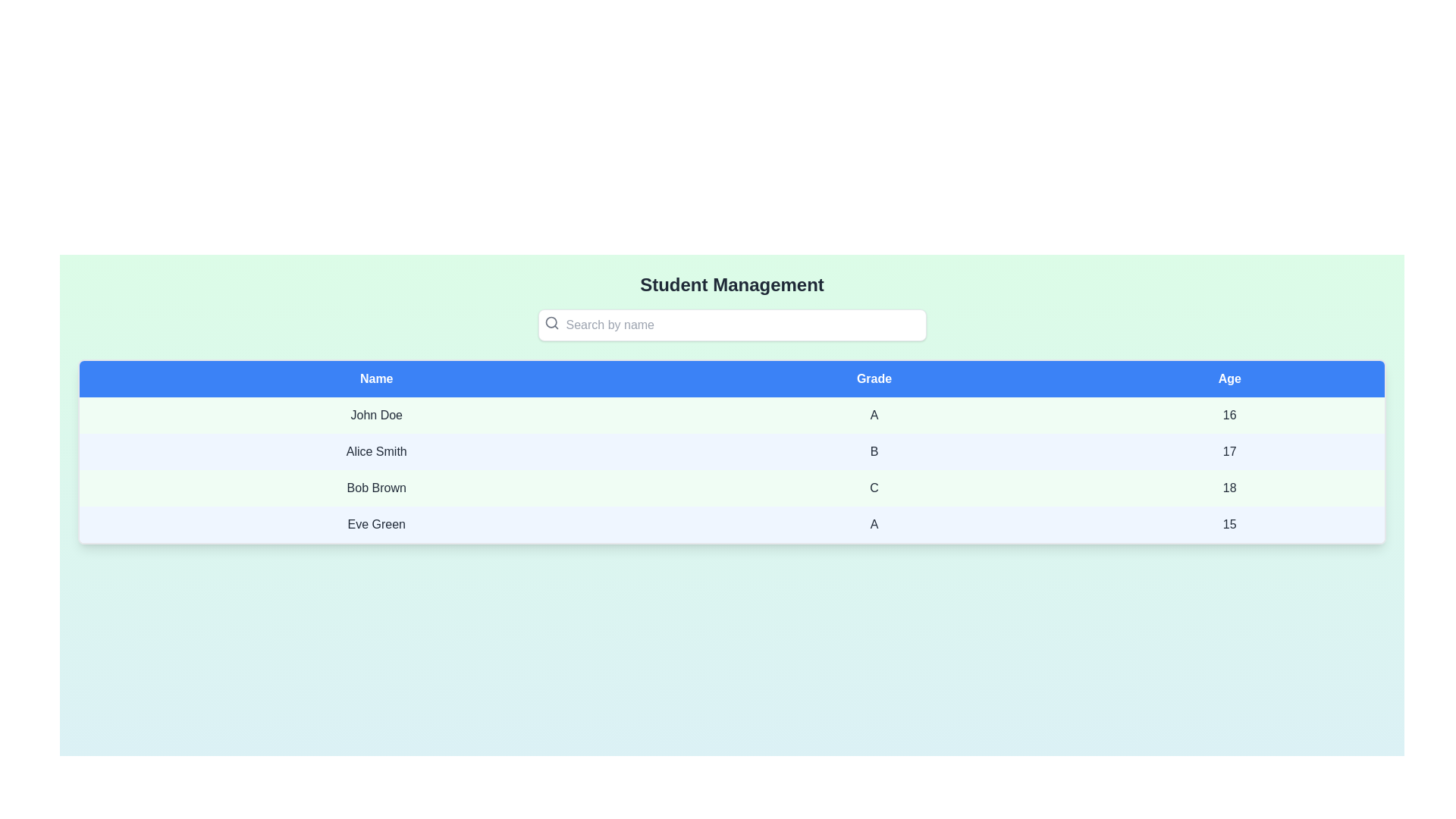  What do you see at coordinates (874, 451) in the screenshot?
I see `the Text Label displaying the grade assigned to the student named Alice Smith, located in the second row and second column of the table under the 'Grade' header` at bounding box center [874, 451].